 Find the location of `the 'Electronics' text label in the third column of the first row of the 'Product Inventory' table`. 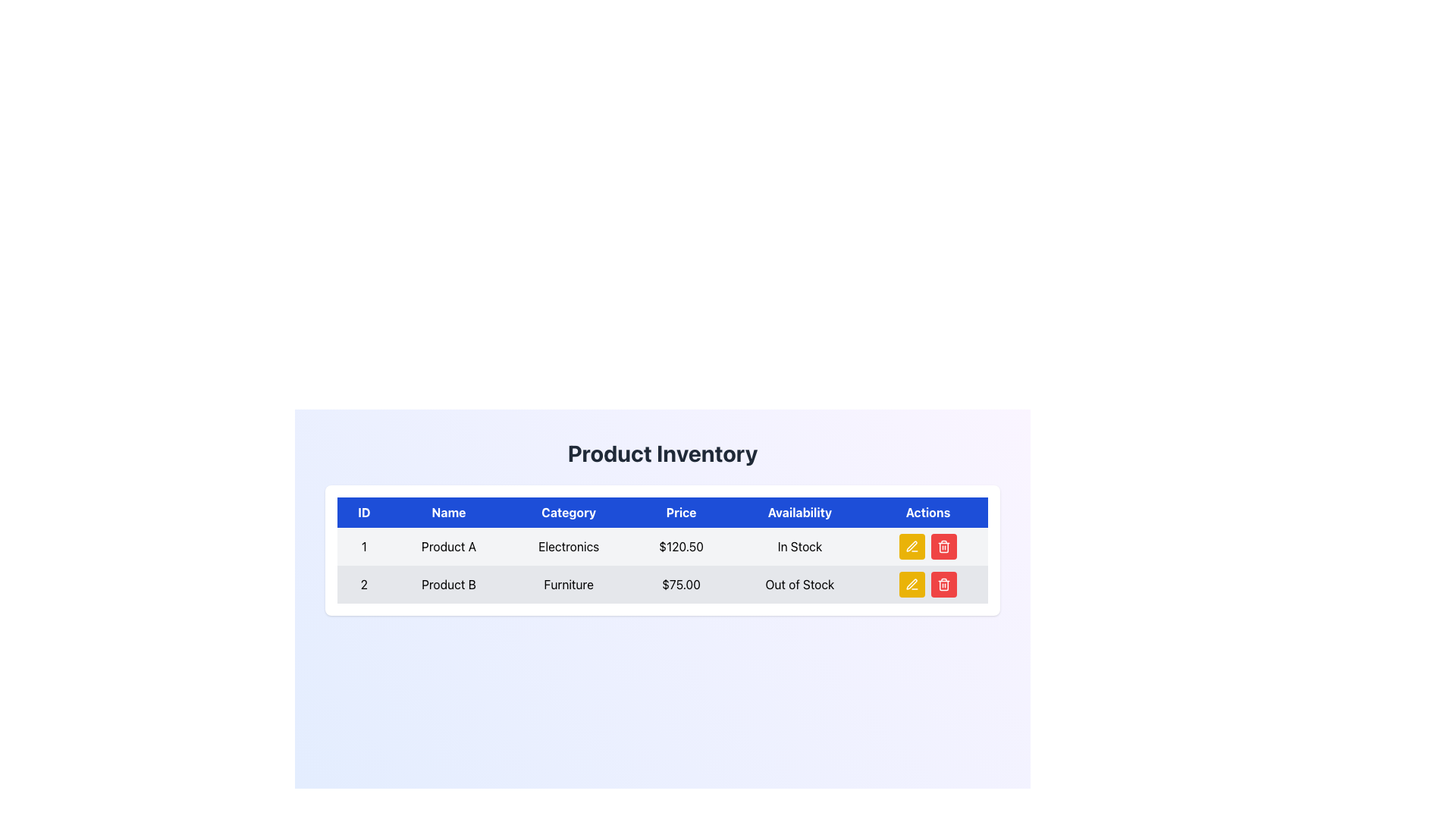

the 'Electronics' text label in the third column of the first row of the 'Product Inventory' table is located at coordinates (568, 547).